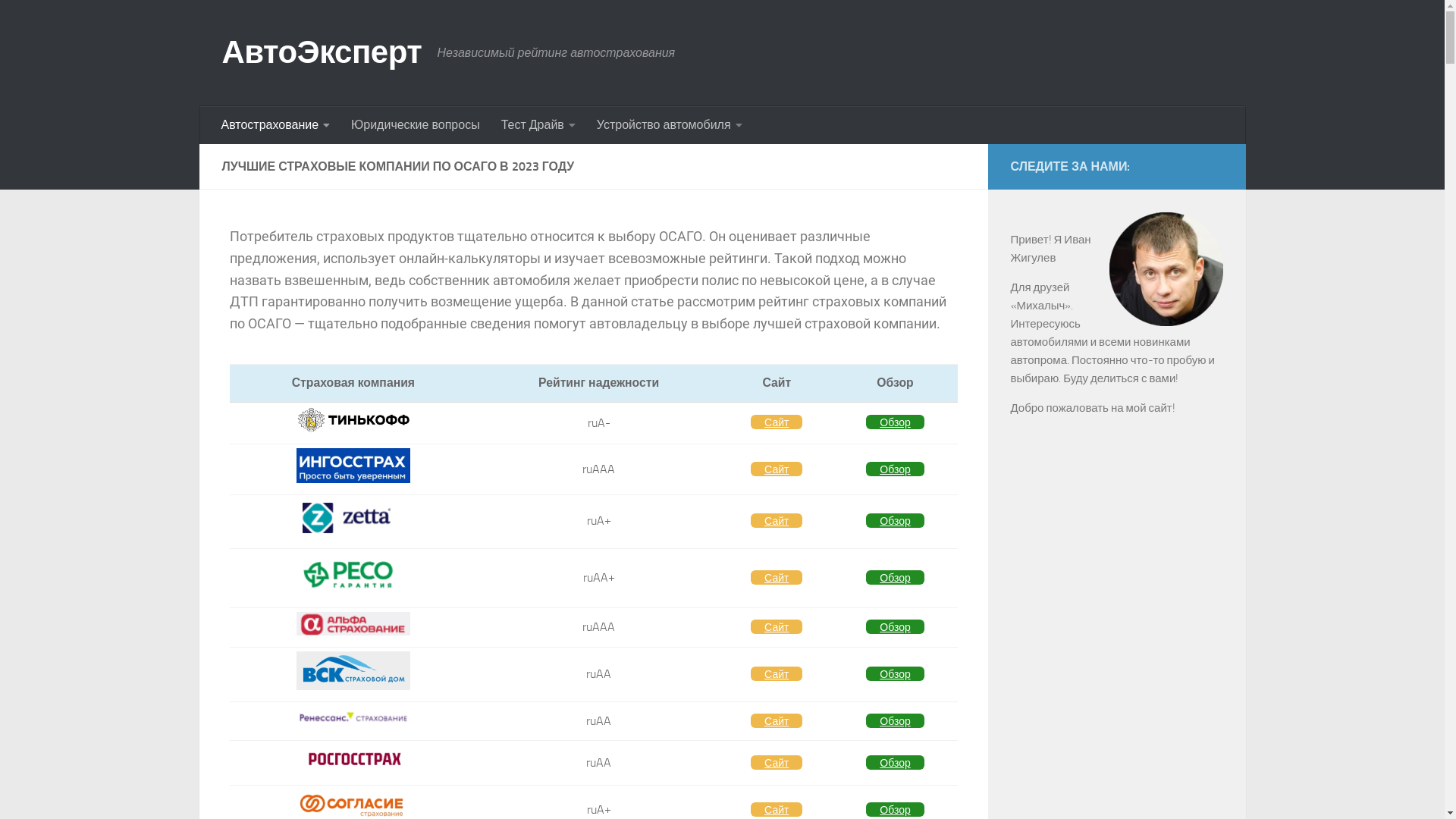  What do you see at coordinates (60, 20) in the screenshot?
I see `'Skip to content'` at bounding box center [60, 20].